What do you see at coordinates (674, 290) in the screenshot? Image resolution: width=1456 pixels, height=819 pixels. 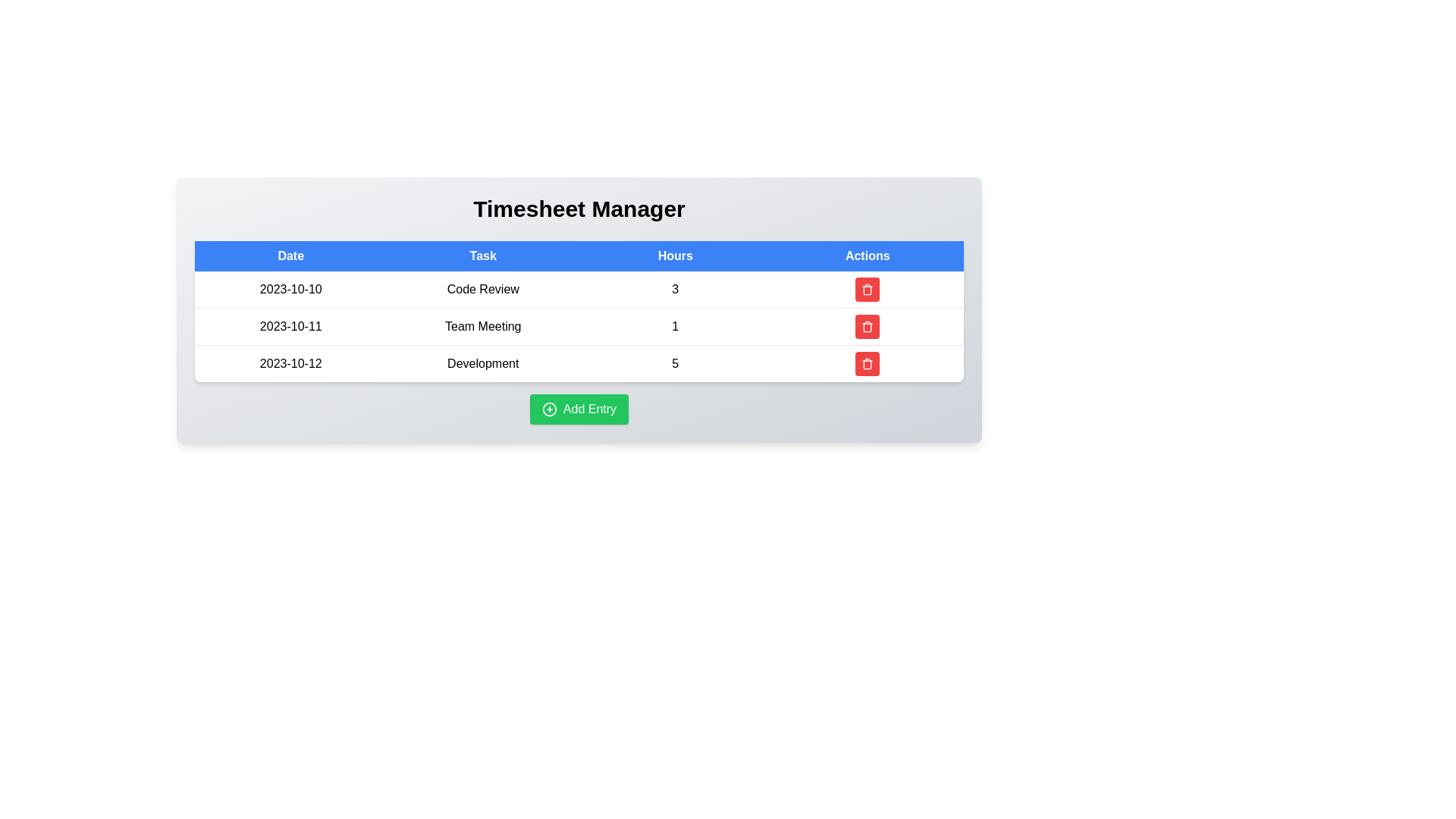 I see `the numeric value '3' in the 'Hours' column for the task 'Code Review' on the date '2023-10-10'` at bounding box center [674, 290].